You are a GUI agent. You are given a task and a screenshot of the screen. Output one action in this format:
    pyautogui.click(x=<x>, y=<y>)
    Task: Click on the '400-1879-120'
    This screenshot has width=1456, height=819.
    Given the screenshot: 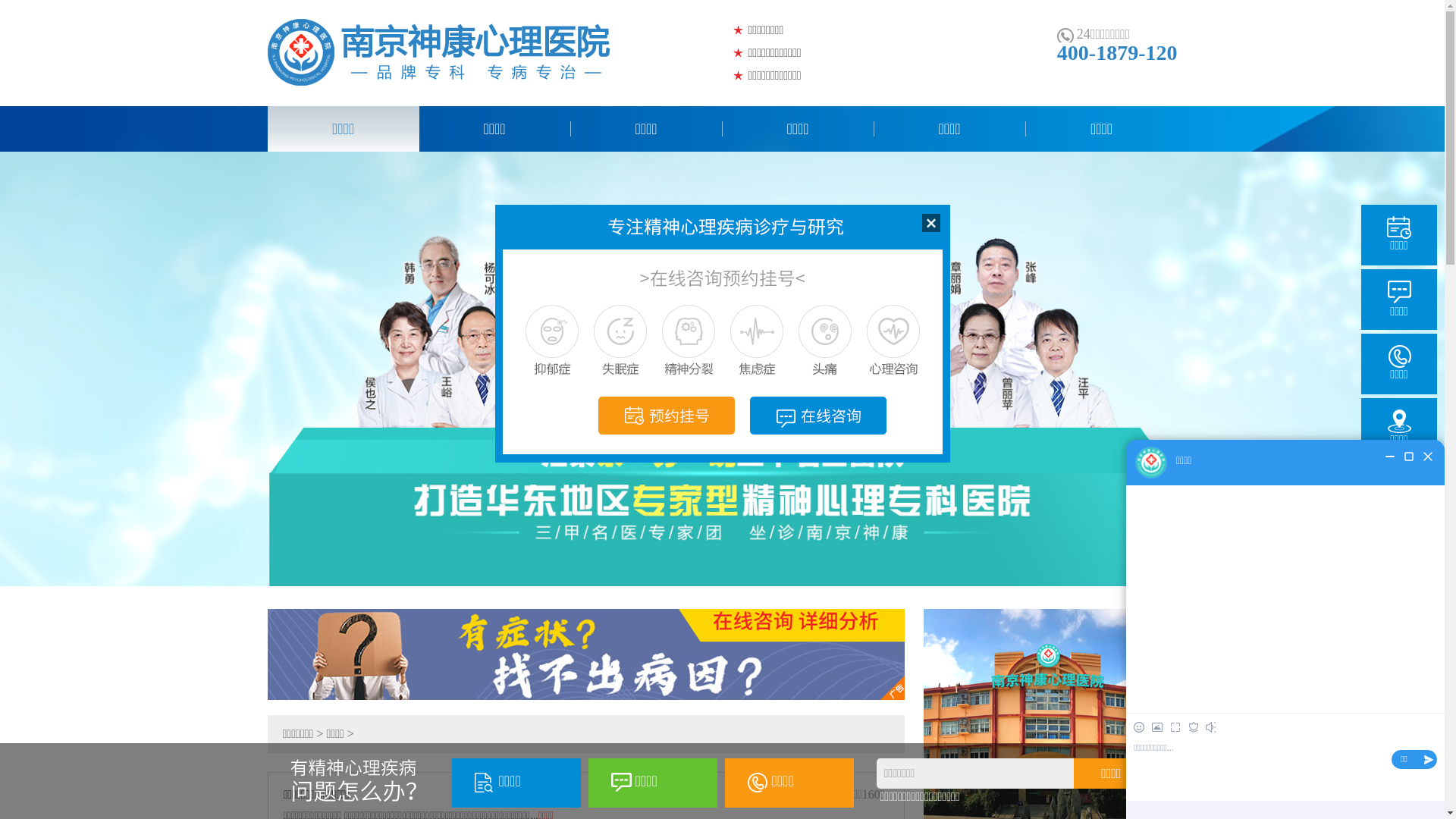 What is the action you would take?
    pyautogui.click(x=1056, y=52)
    